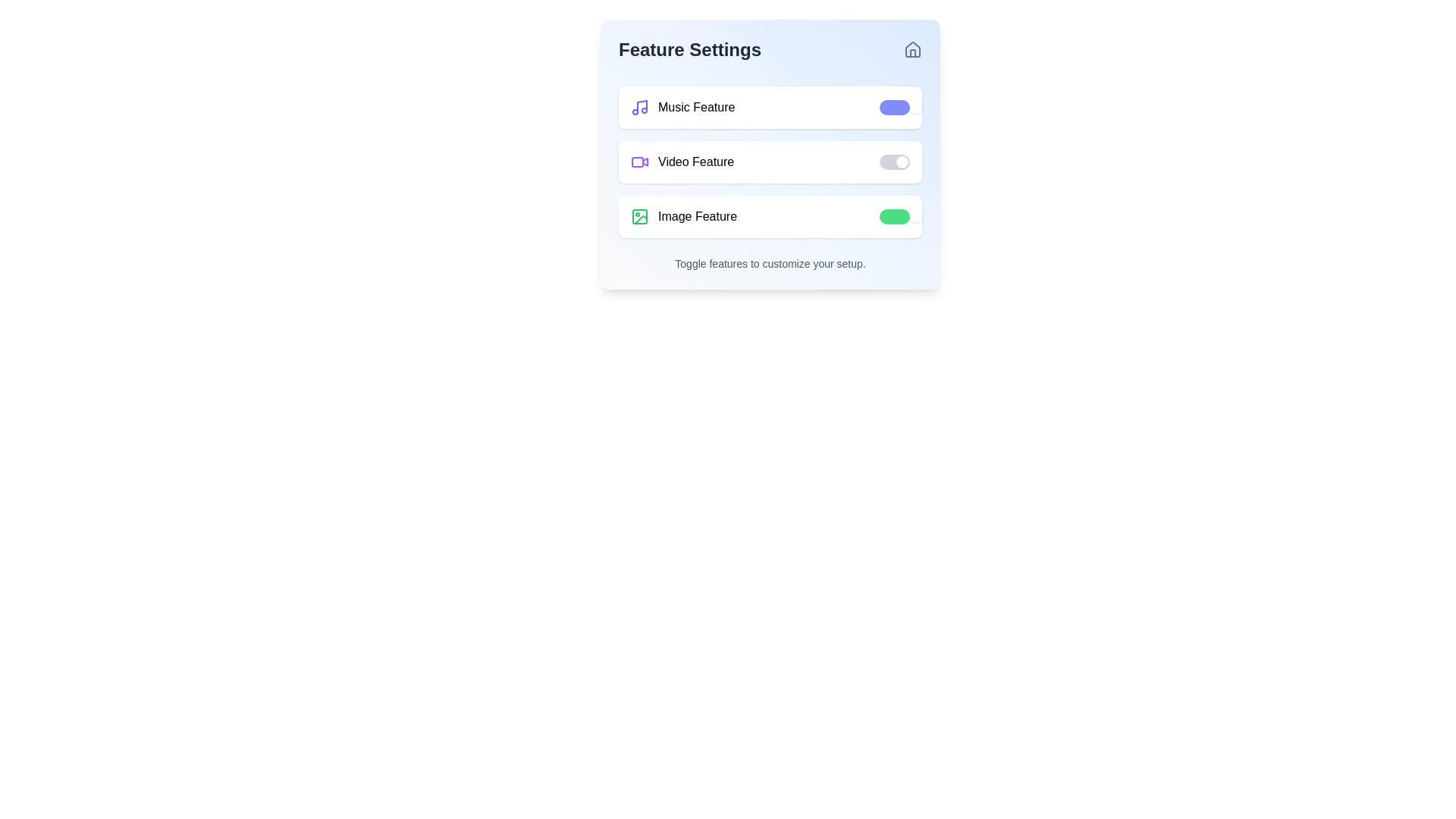  What do you see at coordinates (695, 162) in the screenshot?
I see `the 'Video Feature' label, which is styled with a medium-weight font and is positioned between the 'Music Feature' and 'Image Feature' labels` at bounding box center [695, 162].